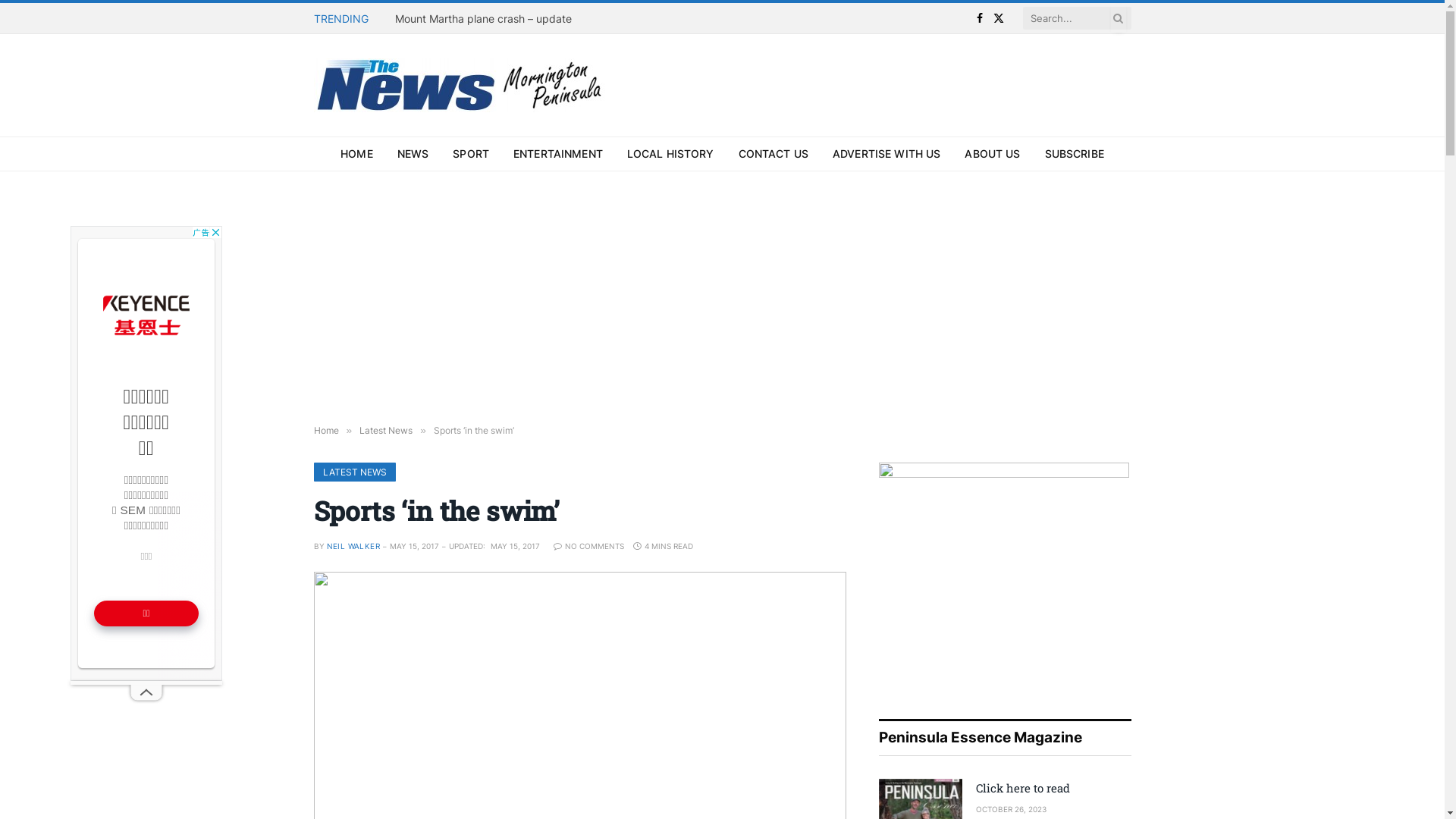  Describe the element at coordinates (352, 546) in the screenshot. I see `'NEIL WALKER'` at that location.